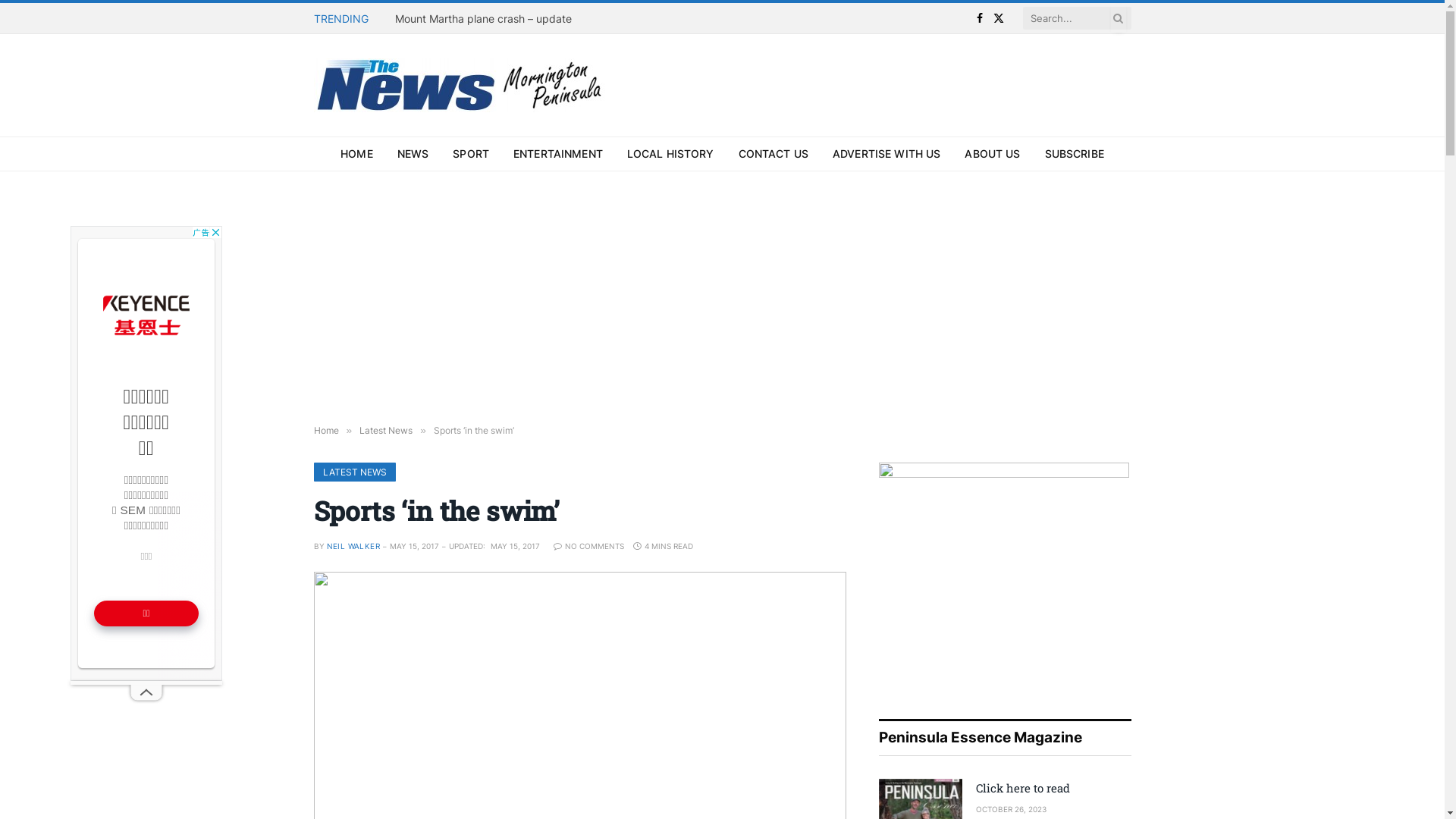  Describe the element at coordinates (352, 546) in the screenshot. I see `'NEIL WALKER'` at that location.